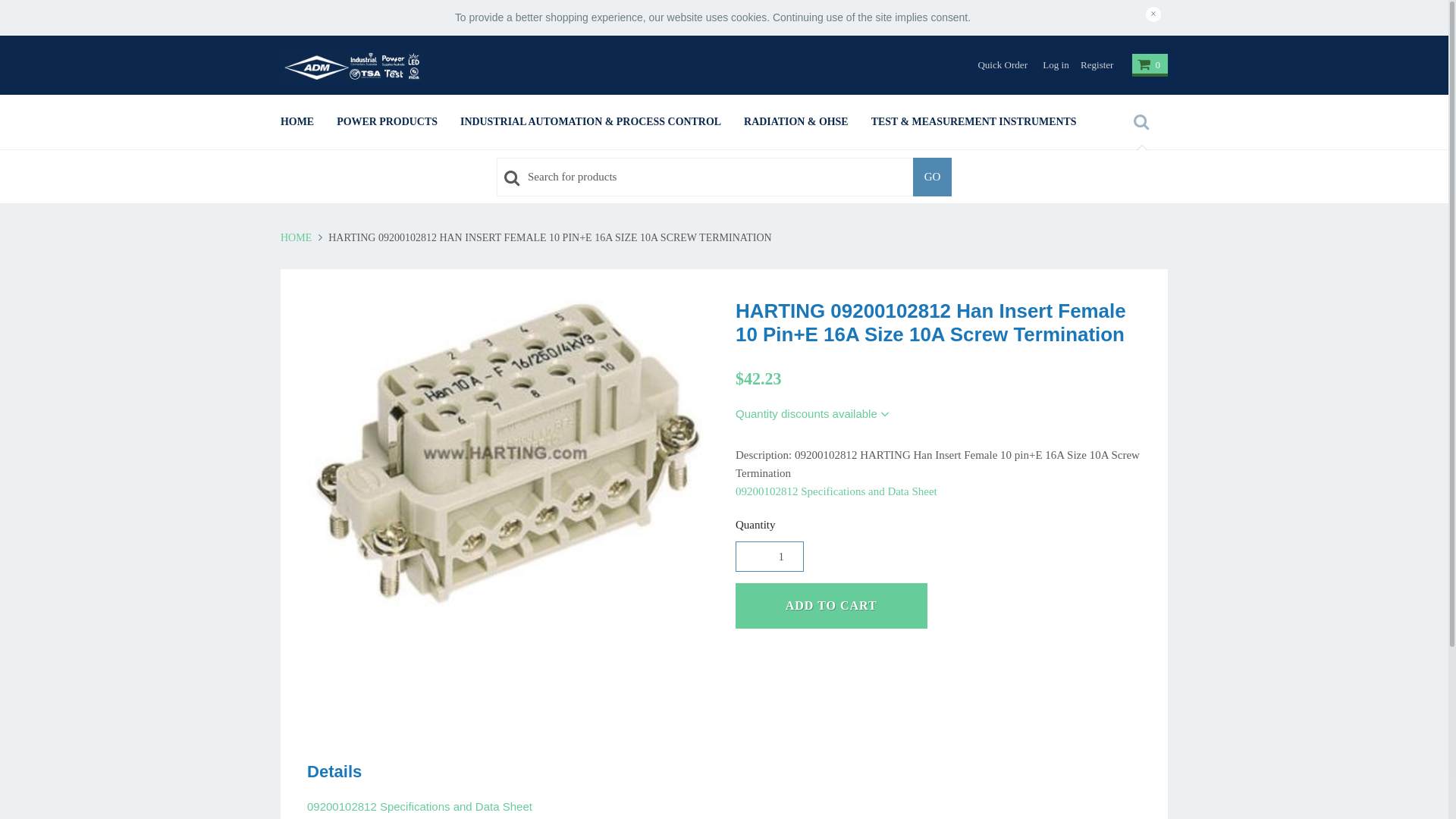 This screenshot has height=819, width=1456. I want to click on '0', so click(1150, 64).